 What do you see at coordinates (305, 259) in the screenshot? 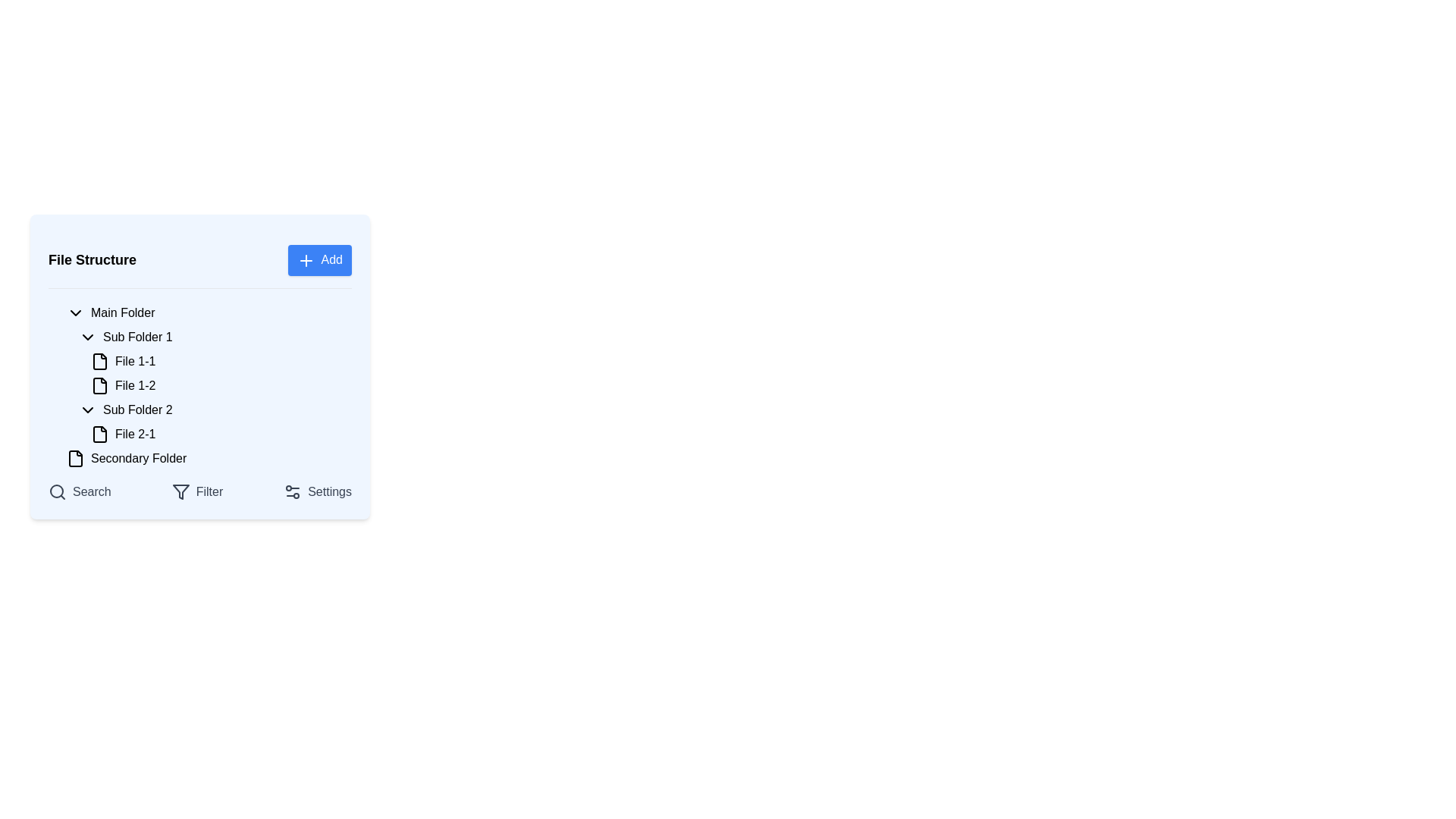
I see `the '+' shaped icon located within the blue 'Add' button` at bounding box center [305, 259].